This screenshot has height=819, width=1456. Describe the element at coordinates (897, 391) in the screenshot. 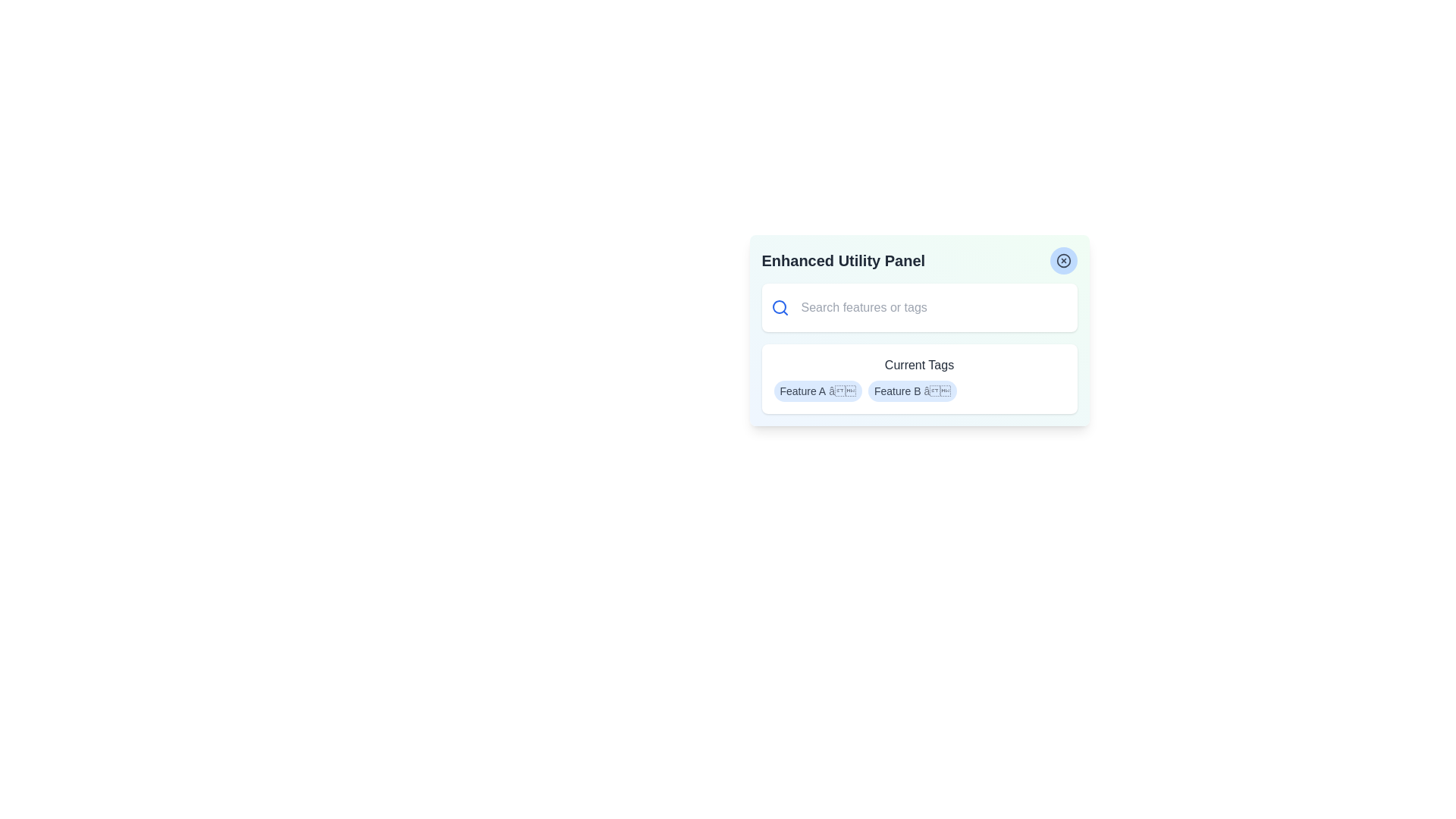

I see `the 'Feature B' text label located in the second slot of the 'Current Tags' section, which is displayed inside a box with rounded corners and a light blue background` at that location.